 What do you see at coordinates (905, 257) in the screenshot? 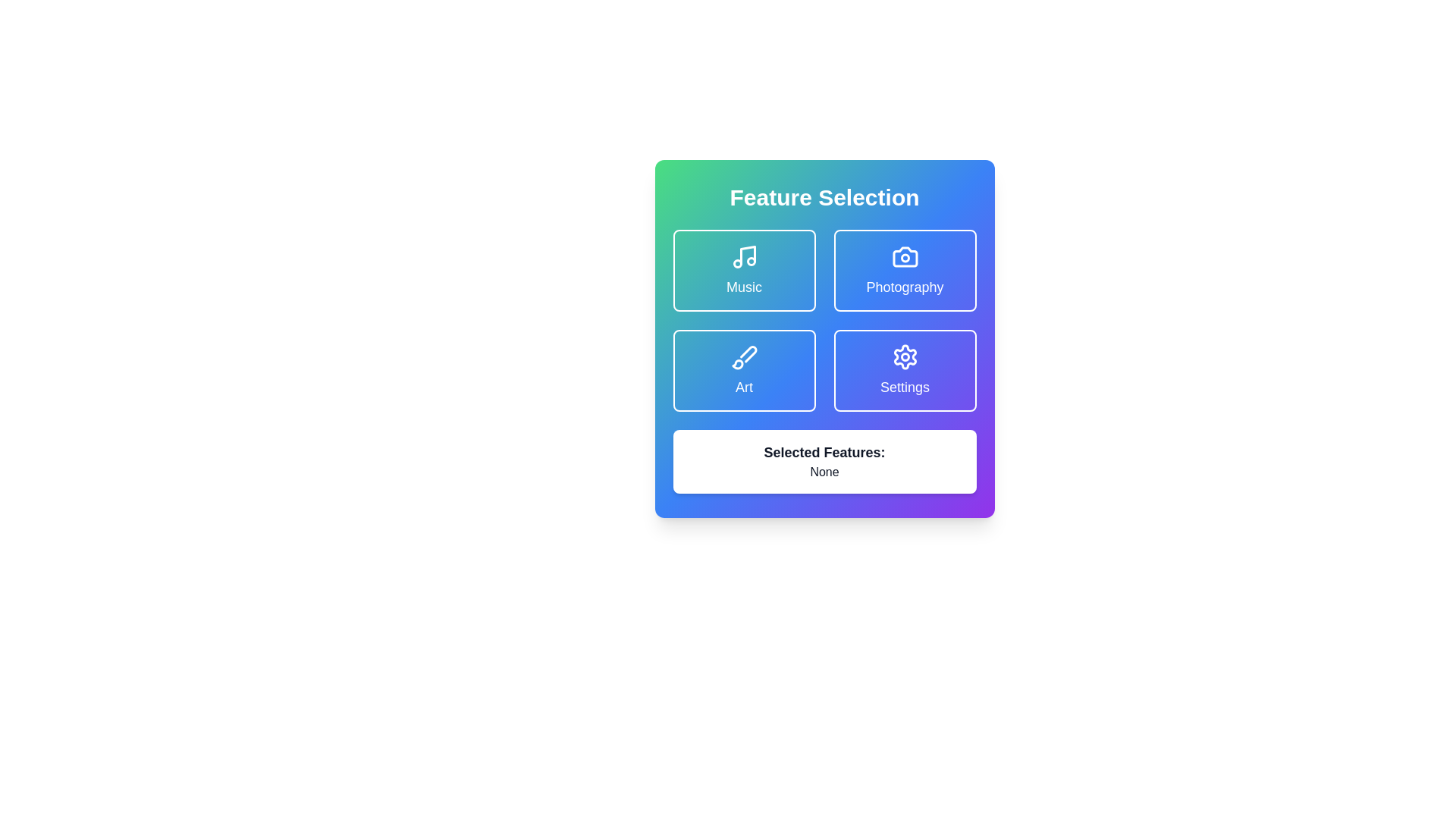
I see `the circular sub-component of the camera icon in the 'Photography' button, which symbolizes a lens in its design` at bounding box center [905, 257].